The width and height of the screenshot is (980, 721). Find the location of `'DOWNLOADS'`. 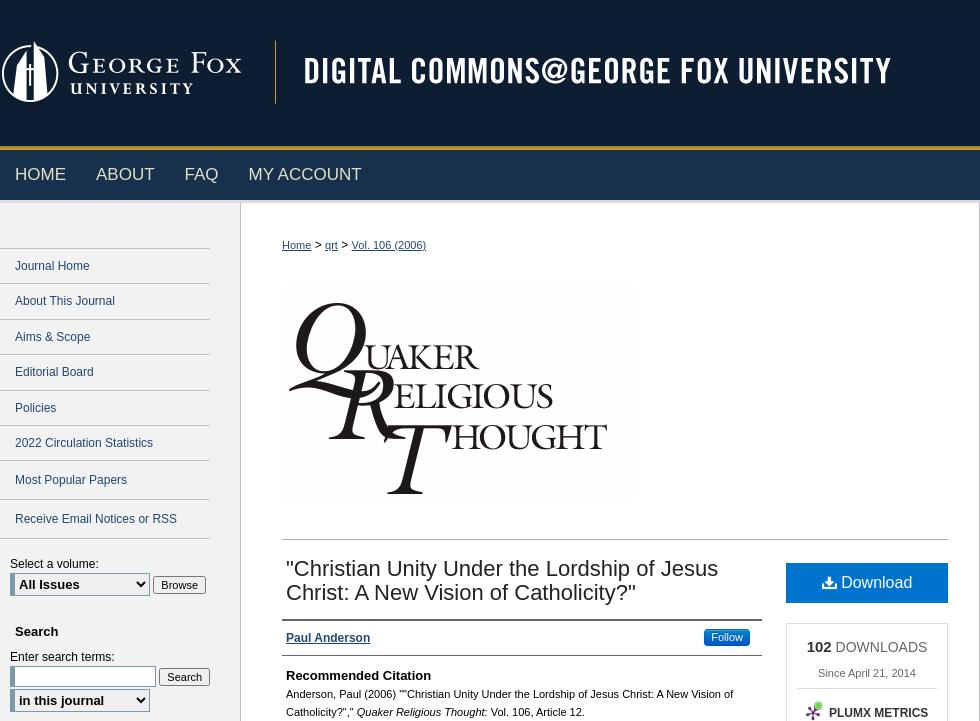

'DOWNLOADS' is located at coordinates (831, 646).